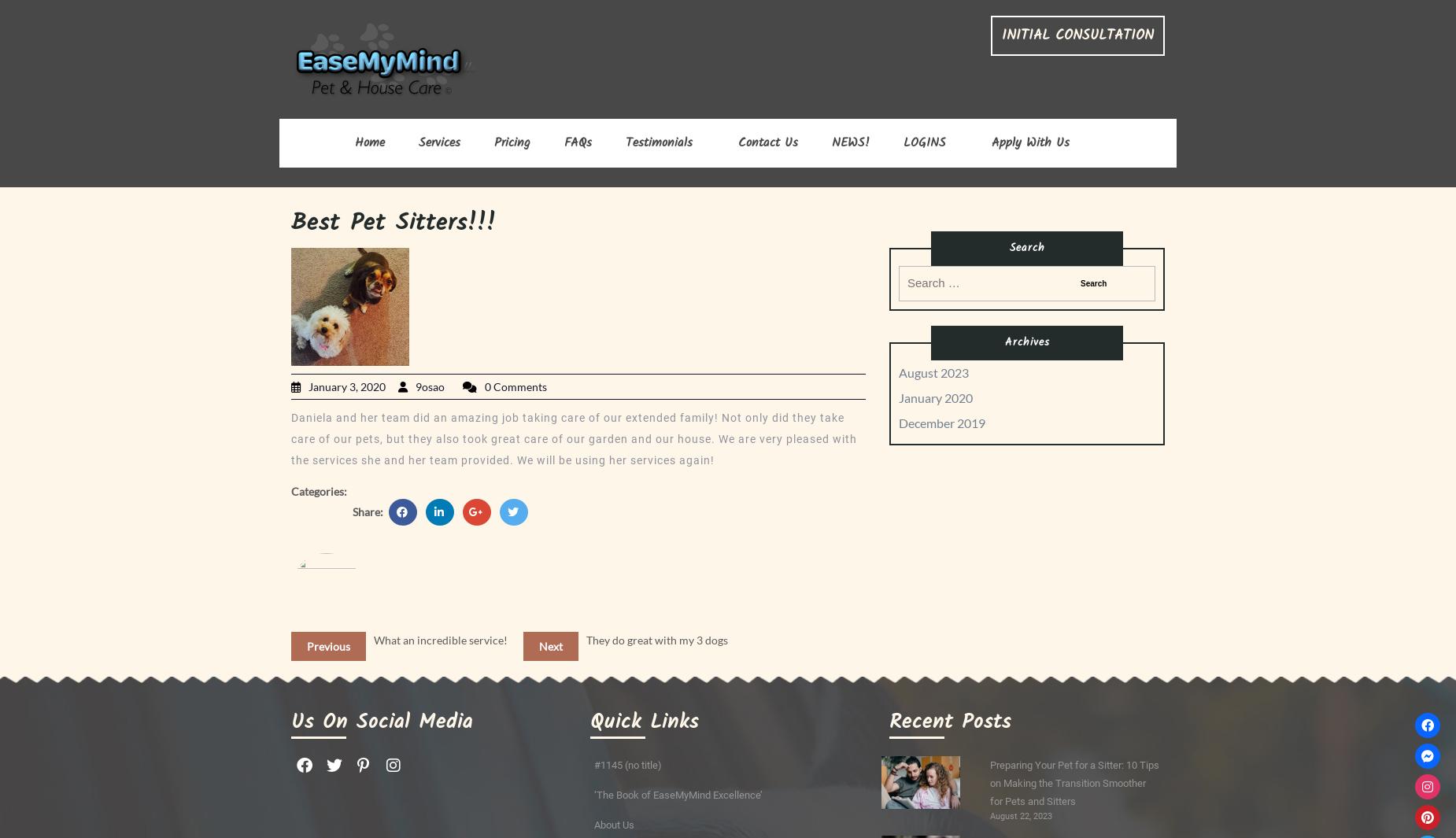 The height and width of the screenshot is (838, 1456). I want to click on 'Share:', so click(352, 511).